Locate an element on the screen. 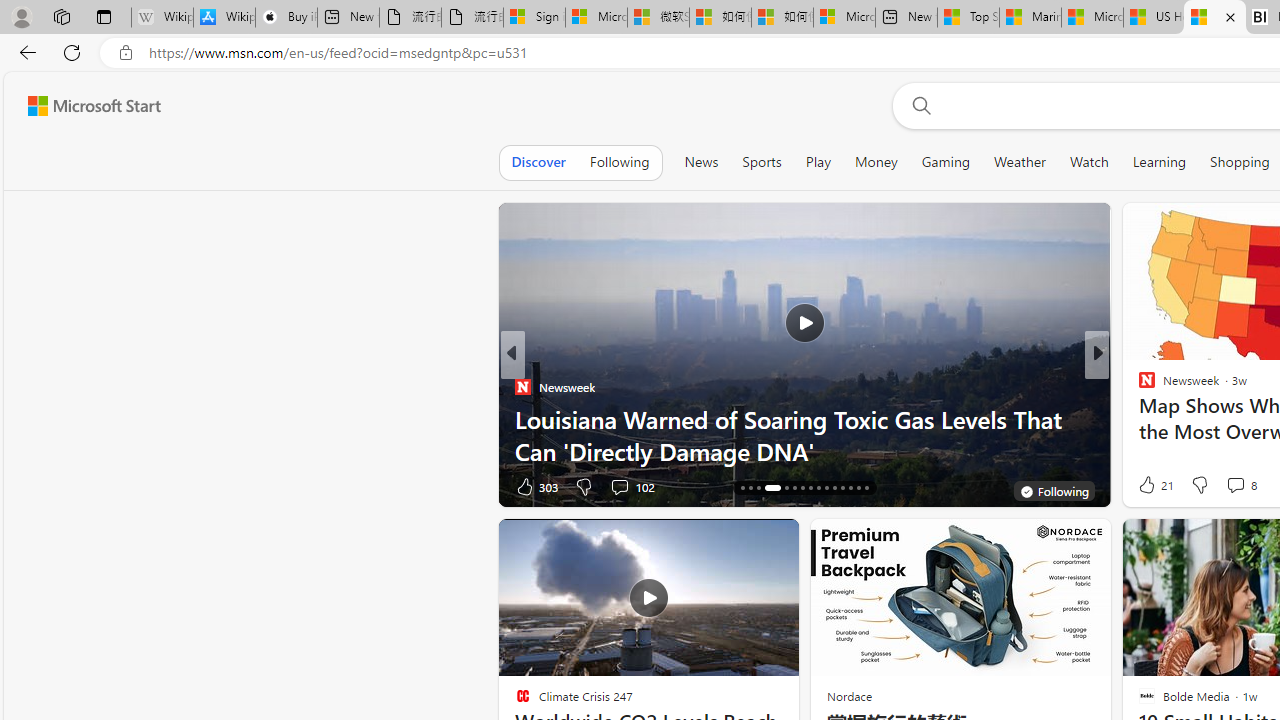 The height and width of the screenshot is (720, 1280). 'AutomationID: tab-17' is located at coordinates (749, 488).